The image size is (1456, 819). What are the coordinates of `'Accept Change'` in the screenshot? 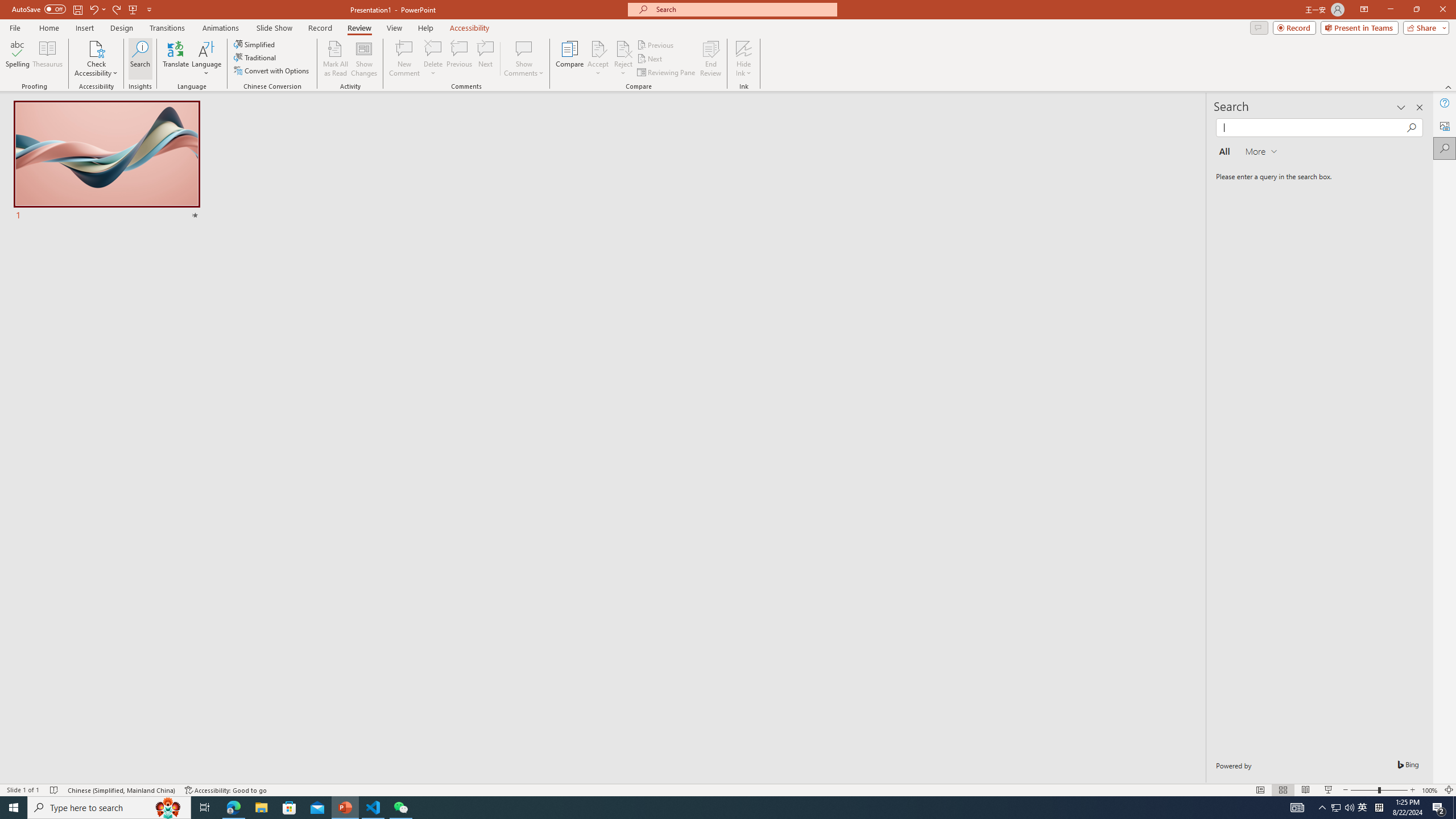 It's located at (598, 48).